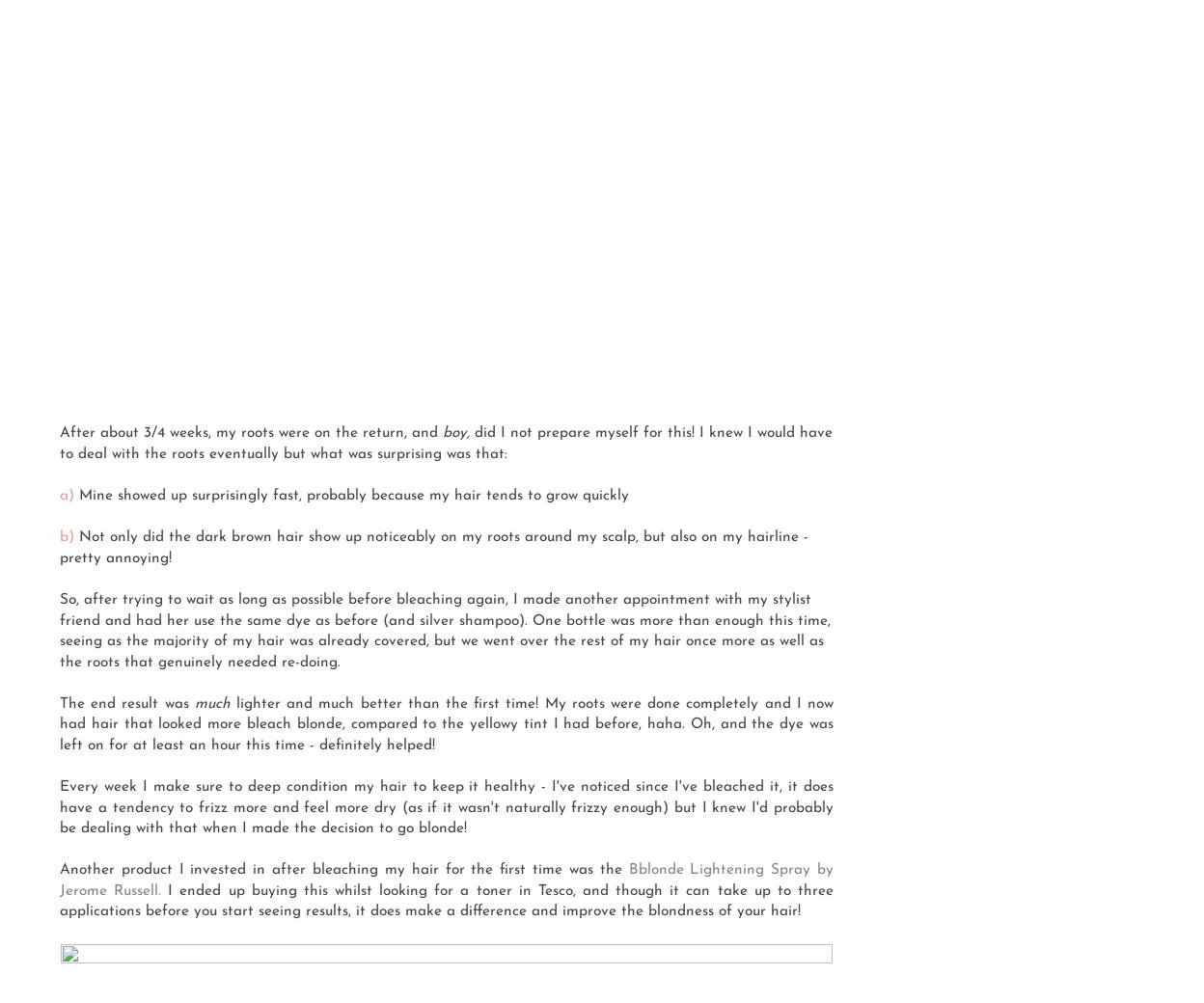 This screenshot has height=1003, width=1204. What do you see at coordinates (434, 546) in the screenshot?
I see `'Not only did the dark brown hair show up noticeably on my roots around my scalp, but also on my hairline - pretty annoying!'` at bounding box center [434, 546].